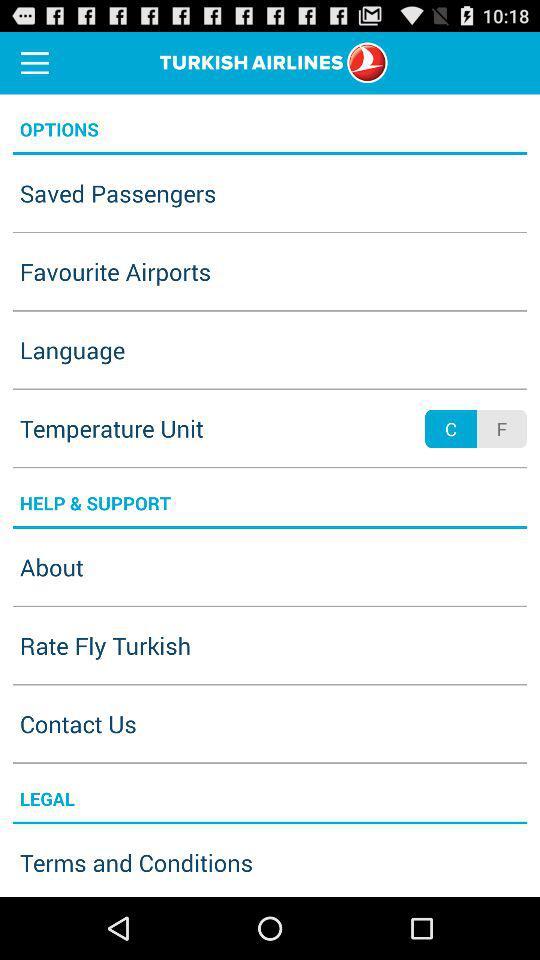 The width and height of the screenshot is (540, 960). I want to click on f icon, so click(500, 429).